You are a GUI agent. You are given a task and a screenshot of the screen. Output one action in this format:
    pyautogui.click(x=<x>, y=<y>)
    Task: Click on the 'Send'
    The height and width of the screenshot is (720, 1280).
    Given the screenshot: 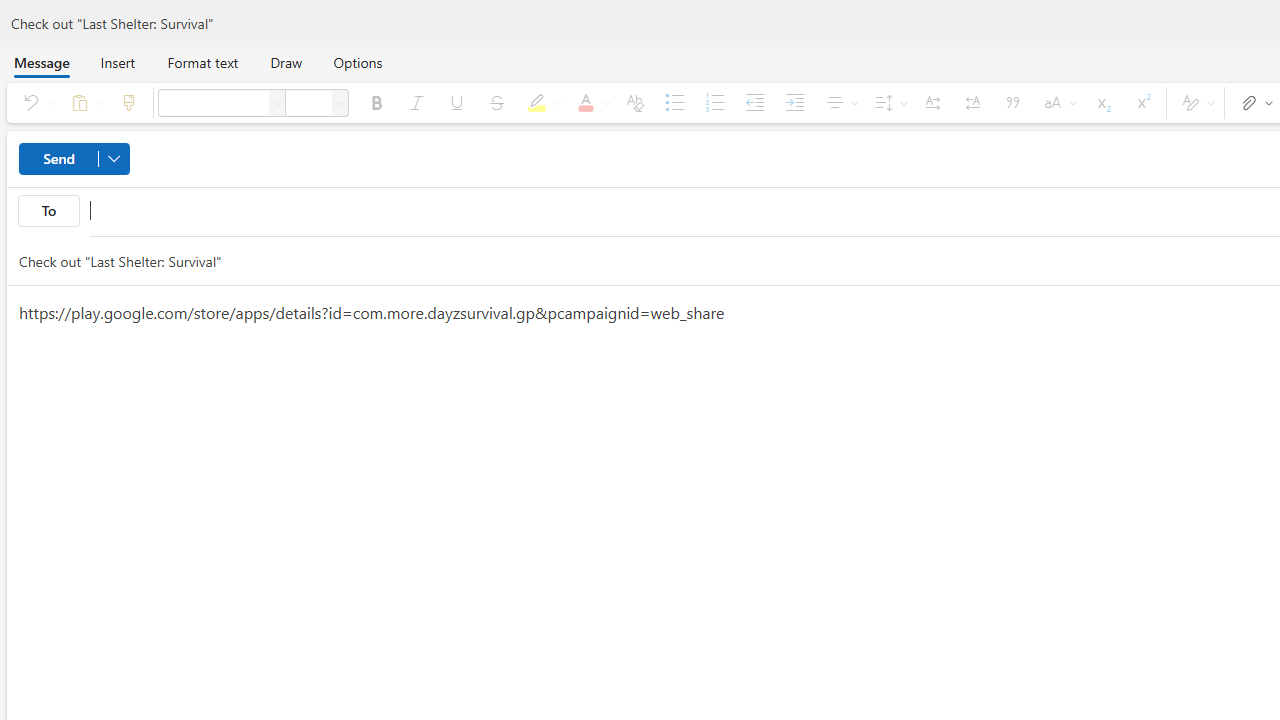 What is the action you would take?
    pyautogui.click(x=74, y=158)
    